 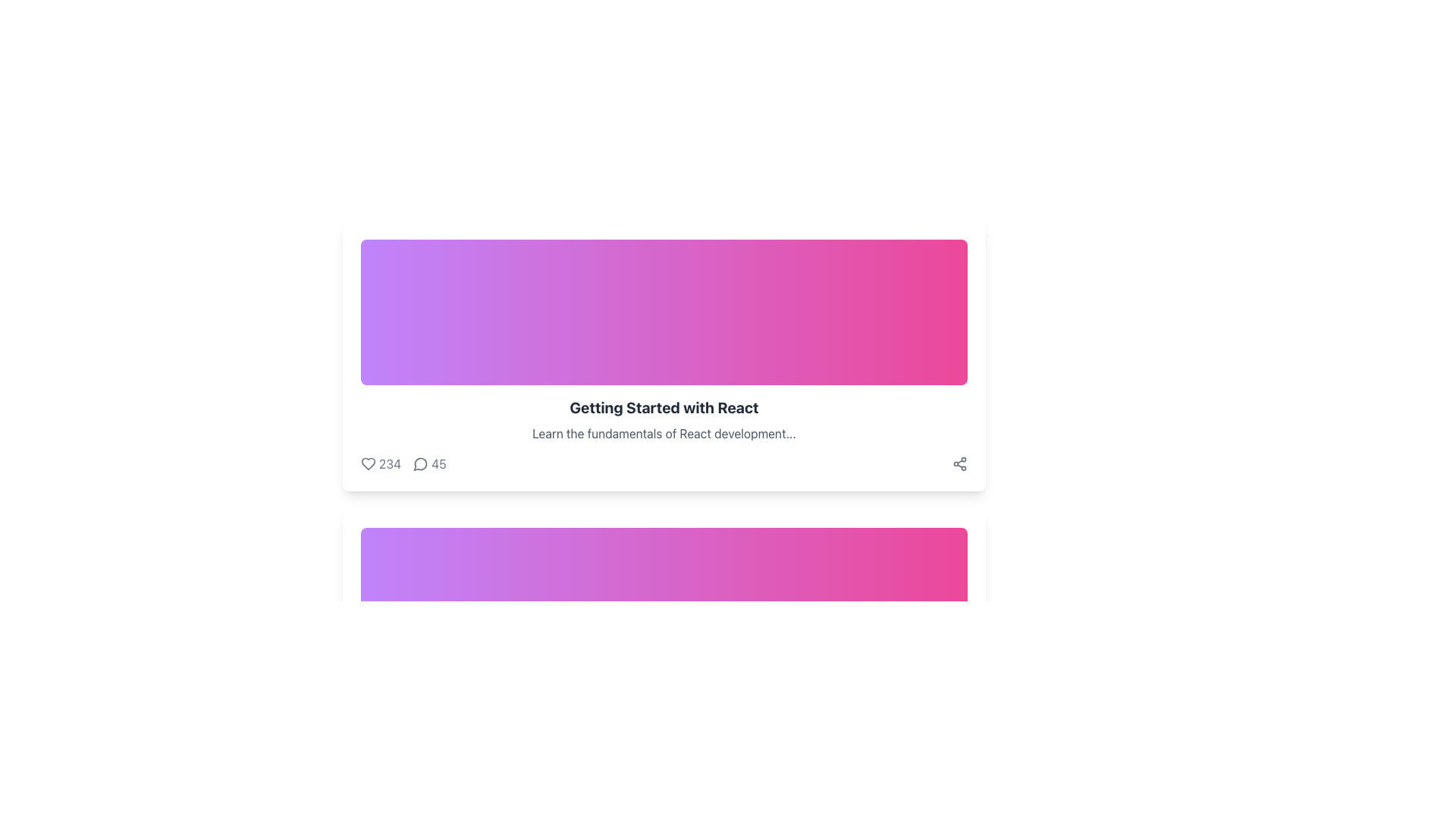 I want to click on the decorative rectangle with a vibrant gradient color scheme located in the upper section of the card titled 'Getting Started with React', so click(x=664, y=312).